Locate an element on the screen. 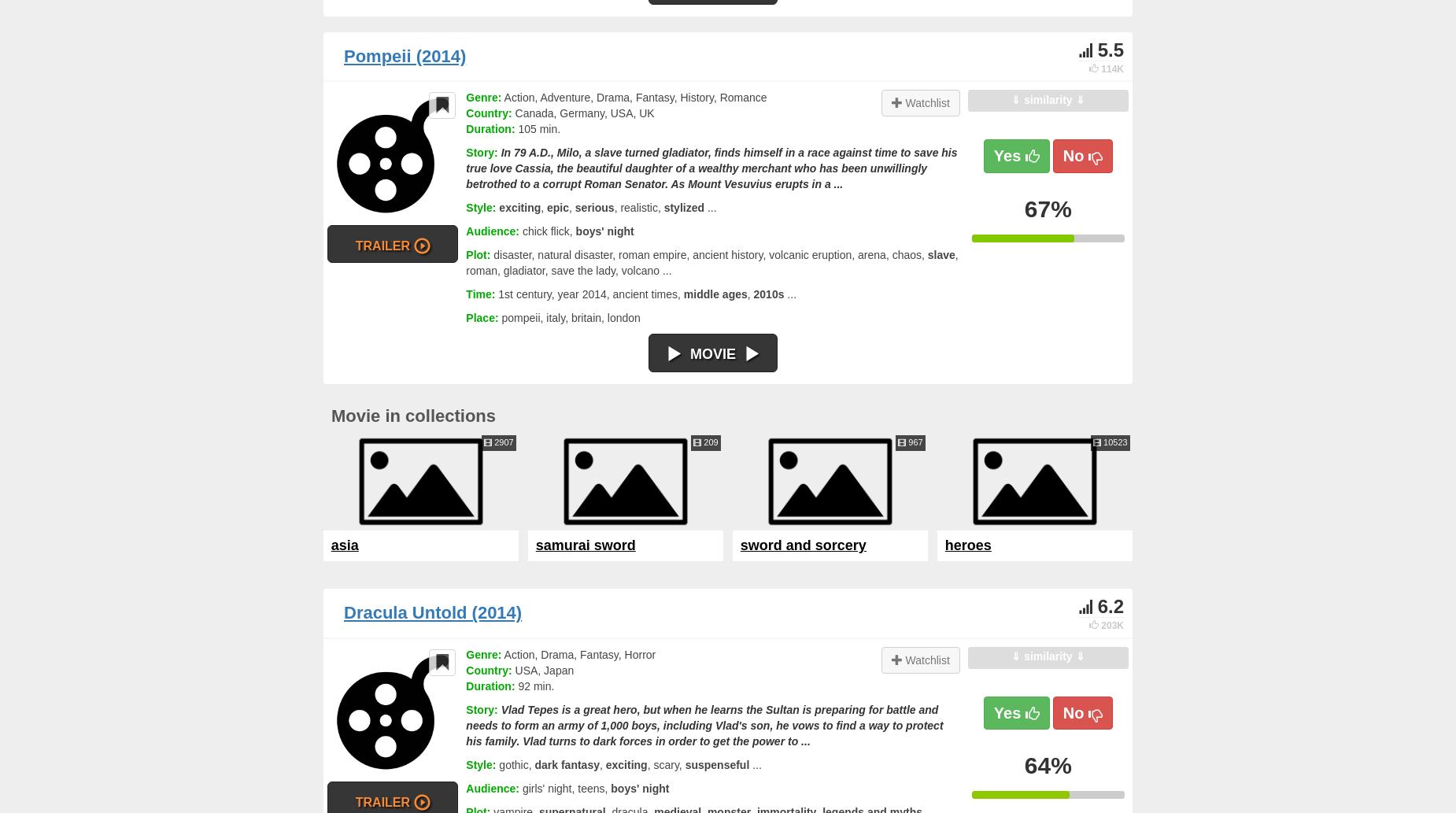 This screenshot has height=813, width=1456. '967' is located at coordinates (905, 441).